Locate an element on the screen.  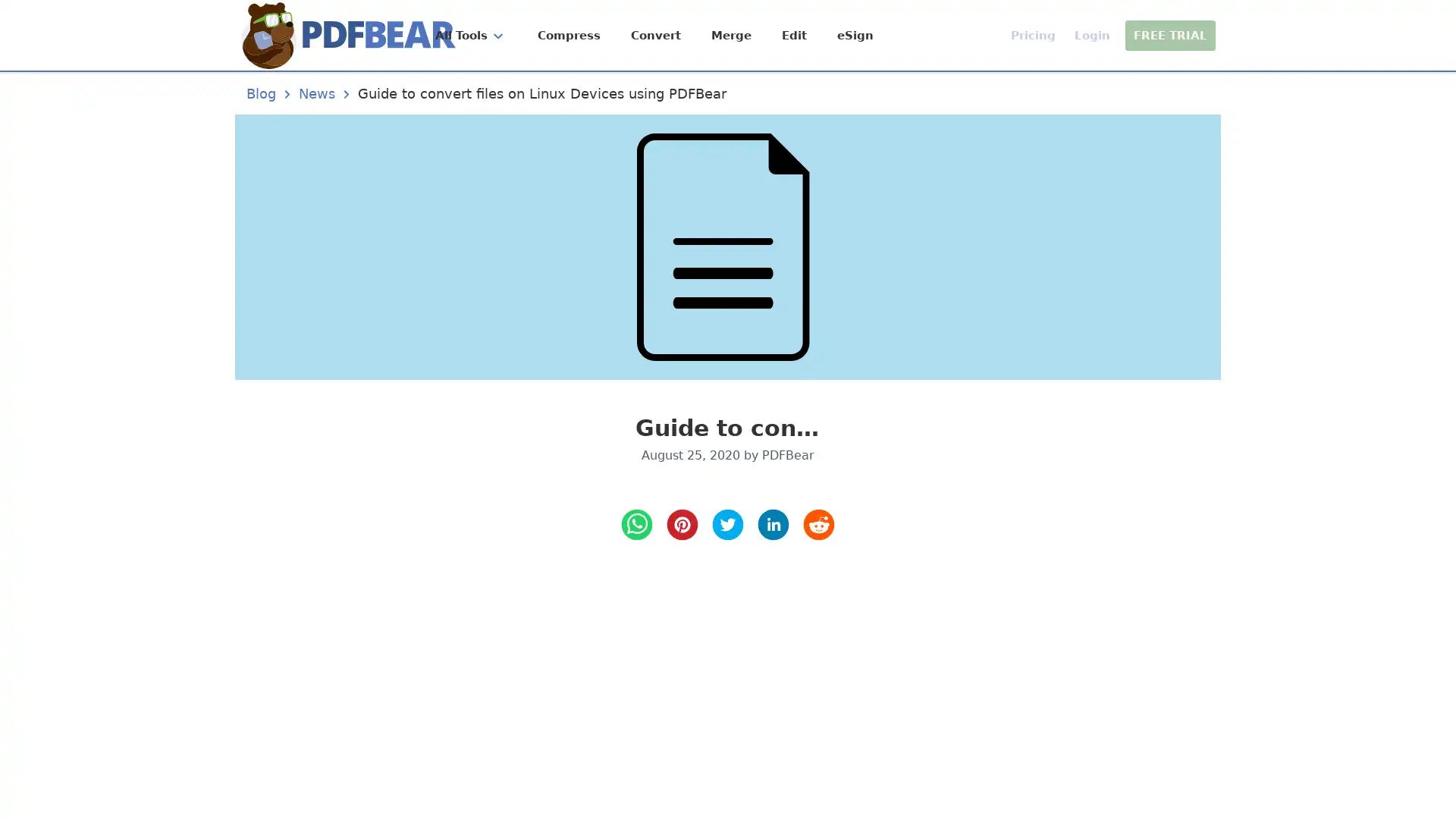
Pricing is located at coordinates (1031, 34).